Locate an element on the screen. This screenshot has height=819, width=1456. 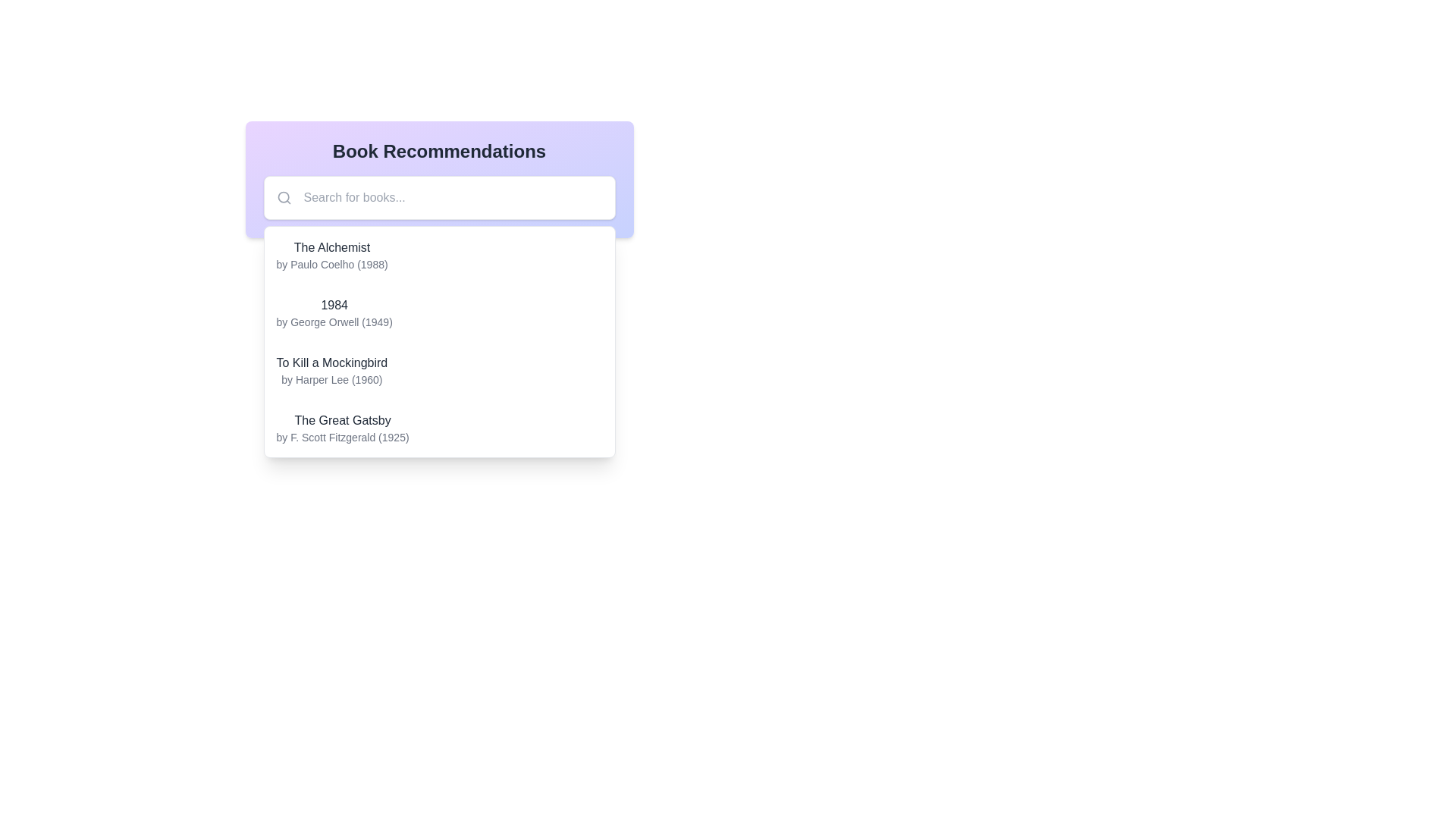
the text label displaying 'by George Orwell (1949)', which is styled in small, gray font and positioned beneath the bold '1984' title is located at coordinates (334, 321).